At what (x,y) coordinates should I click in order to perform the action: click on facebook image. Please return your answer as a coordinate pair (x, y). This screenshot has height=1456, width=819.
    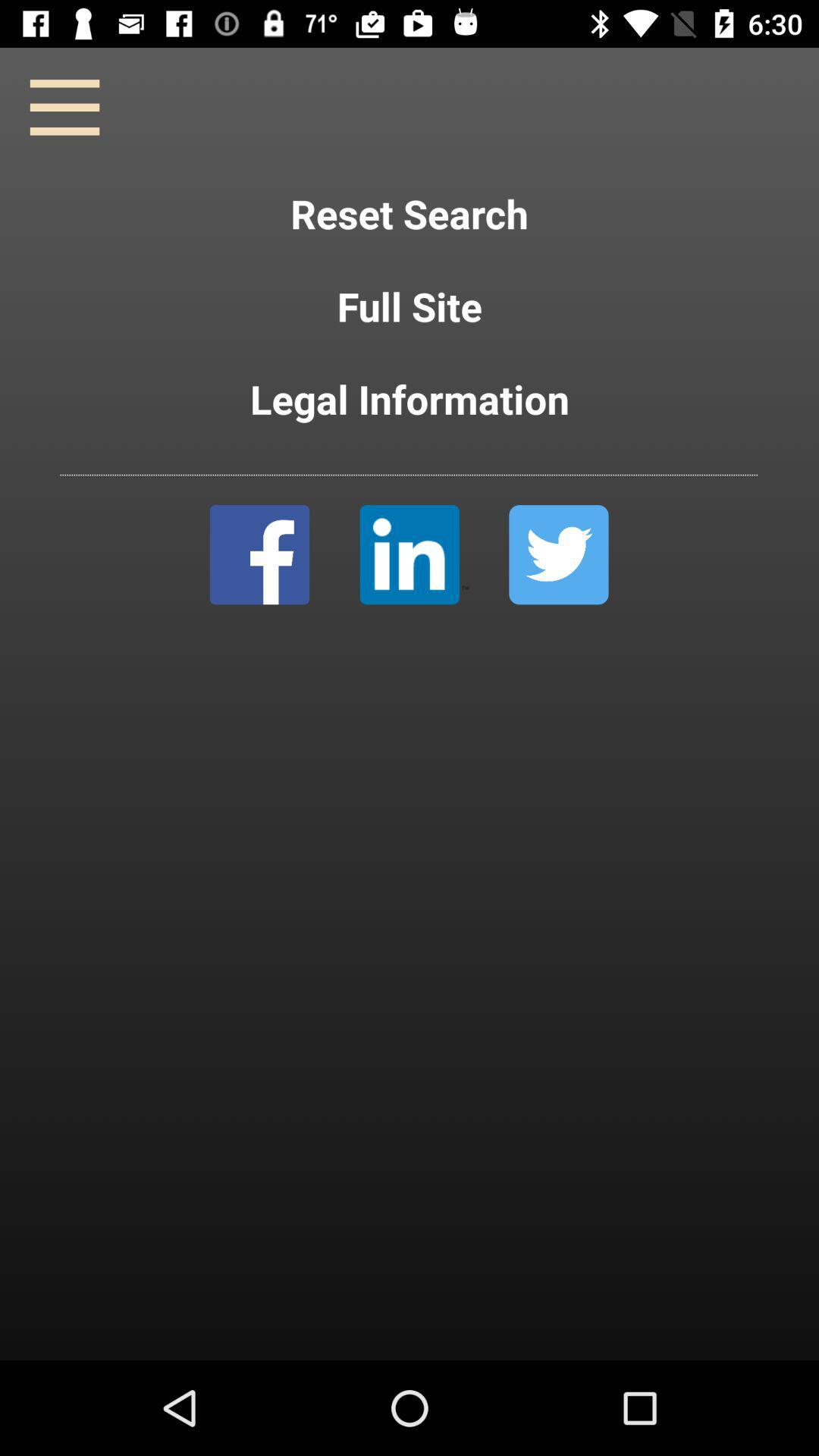
    Looking at the image, I should click on (259, 554).